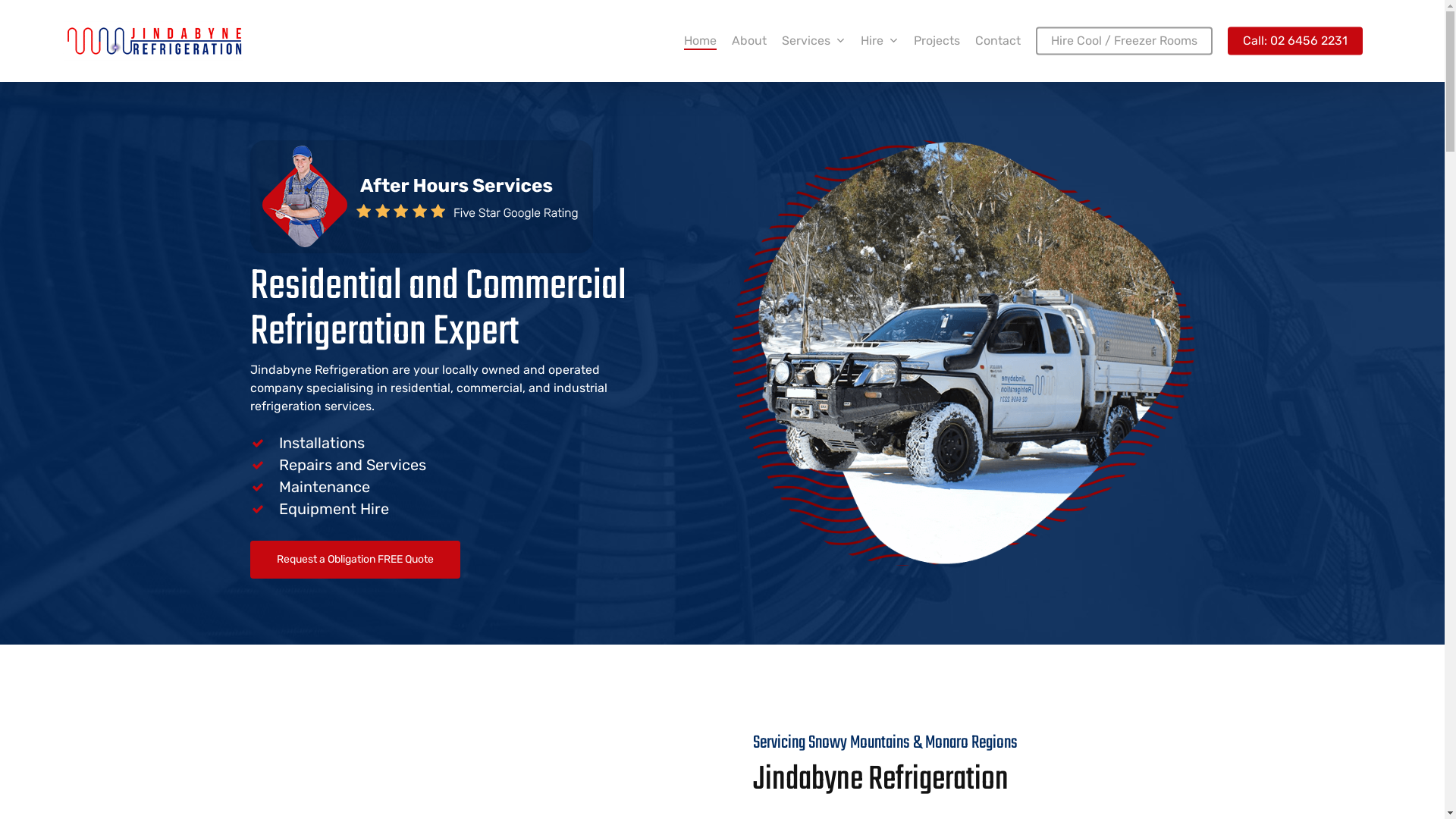  What do you see at coordinates (880, 40) in the screenshot?
I see `'Hire'` at bounding box center [880, 40].